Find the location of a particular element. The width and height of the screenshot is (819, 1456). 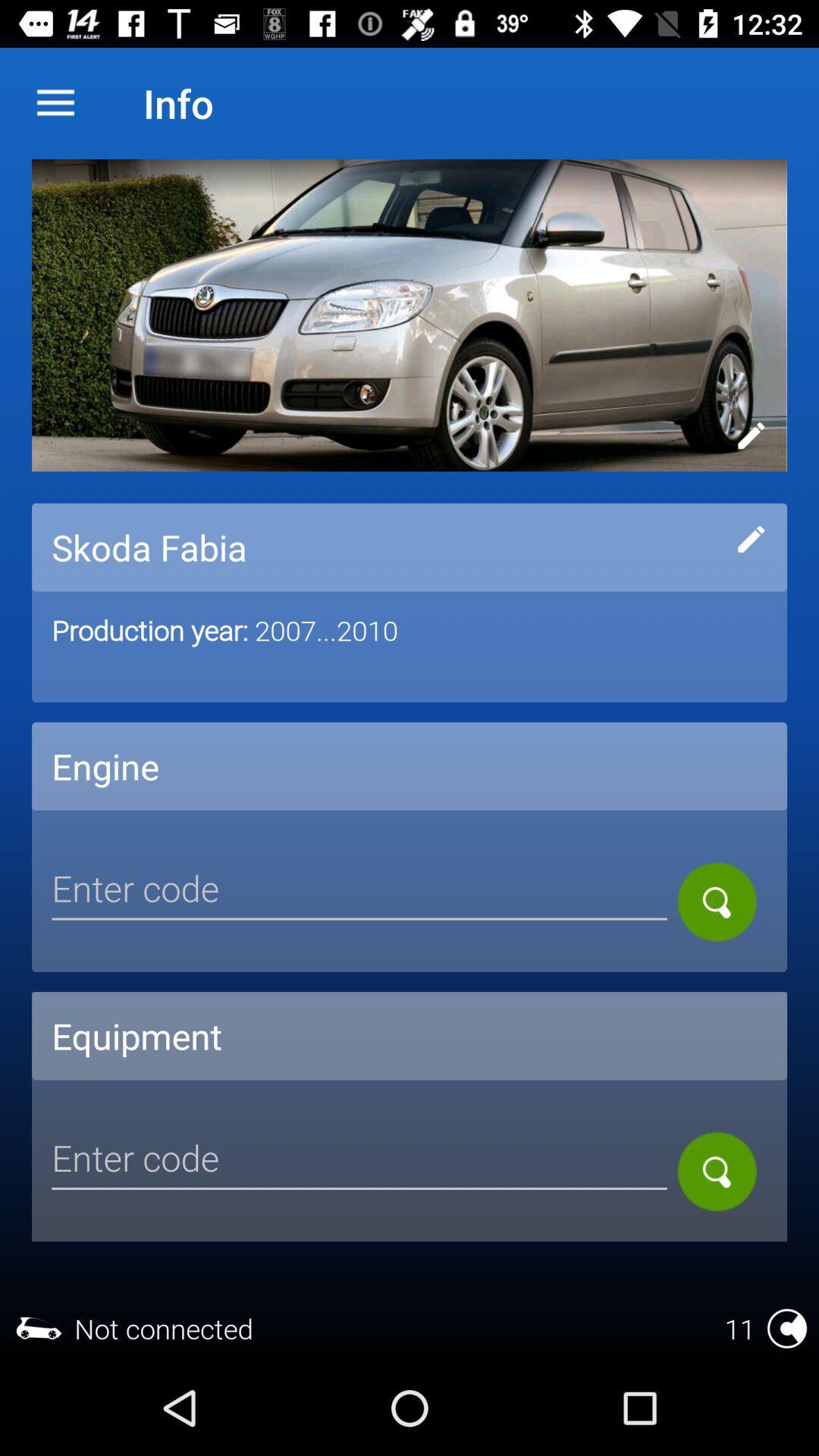

search equipment is located at coordinates (717, 1171).